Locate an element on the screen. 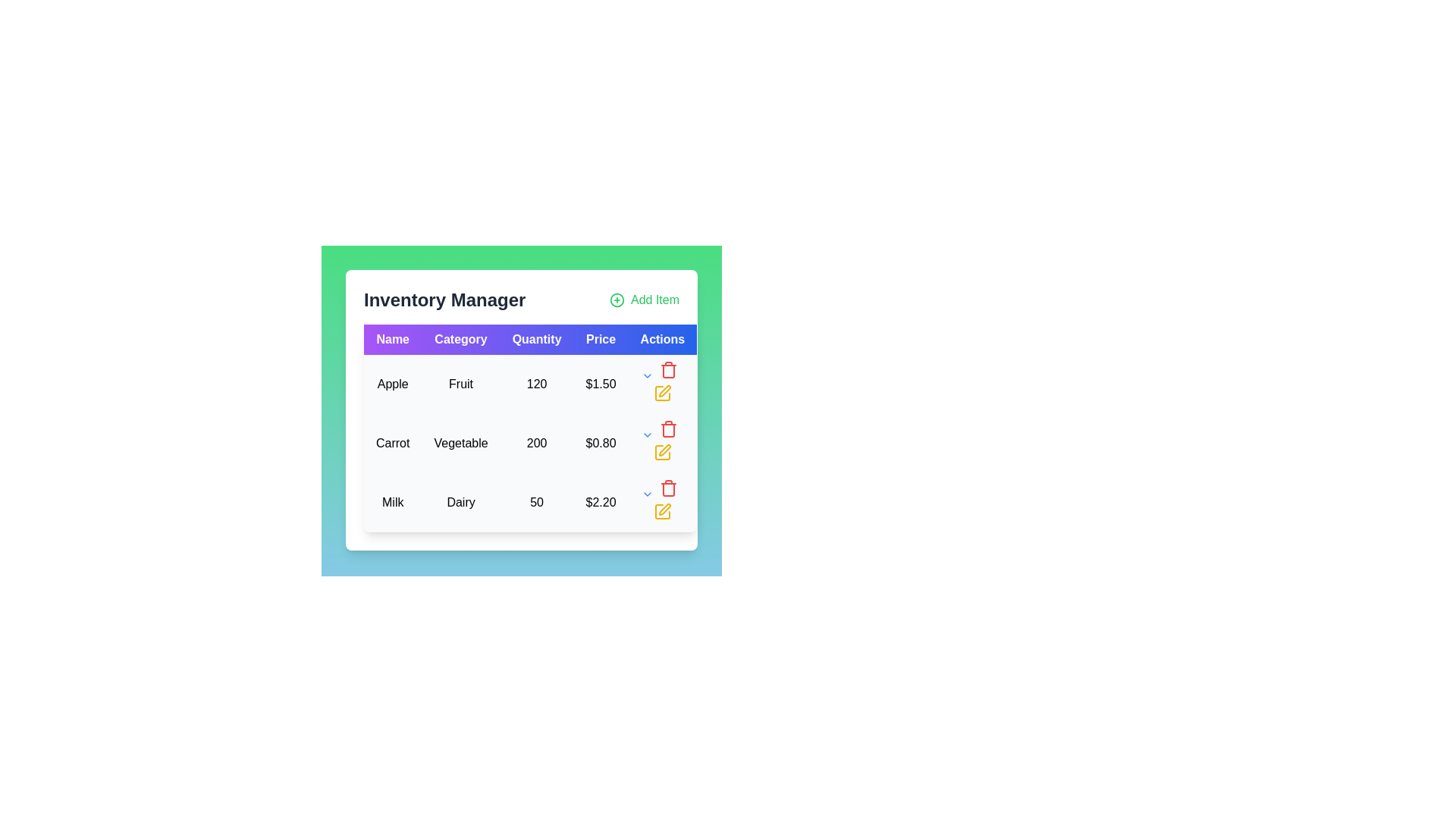 The height and width of the screenshot is (819, 1456). the static text displaying the price of the listed item in the inventory, located in the 'Price' column of the second row, next to the quantity value '200' is located at coordinates (600, 444).